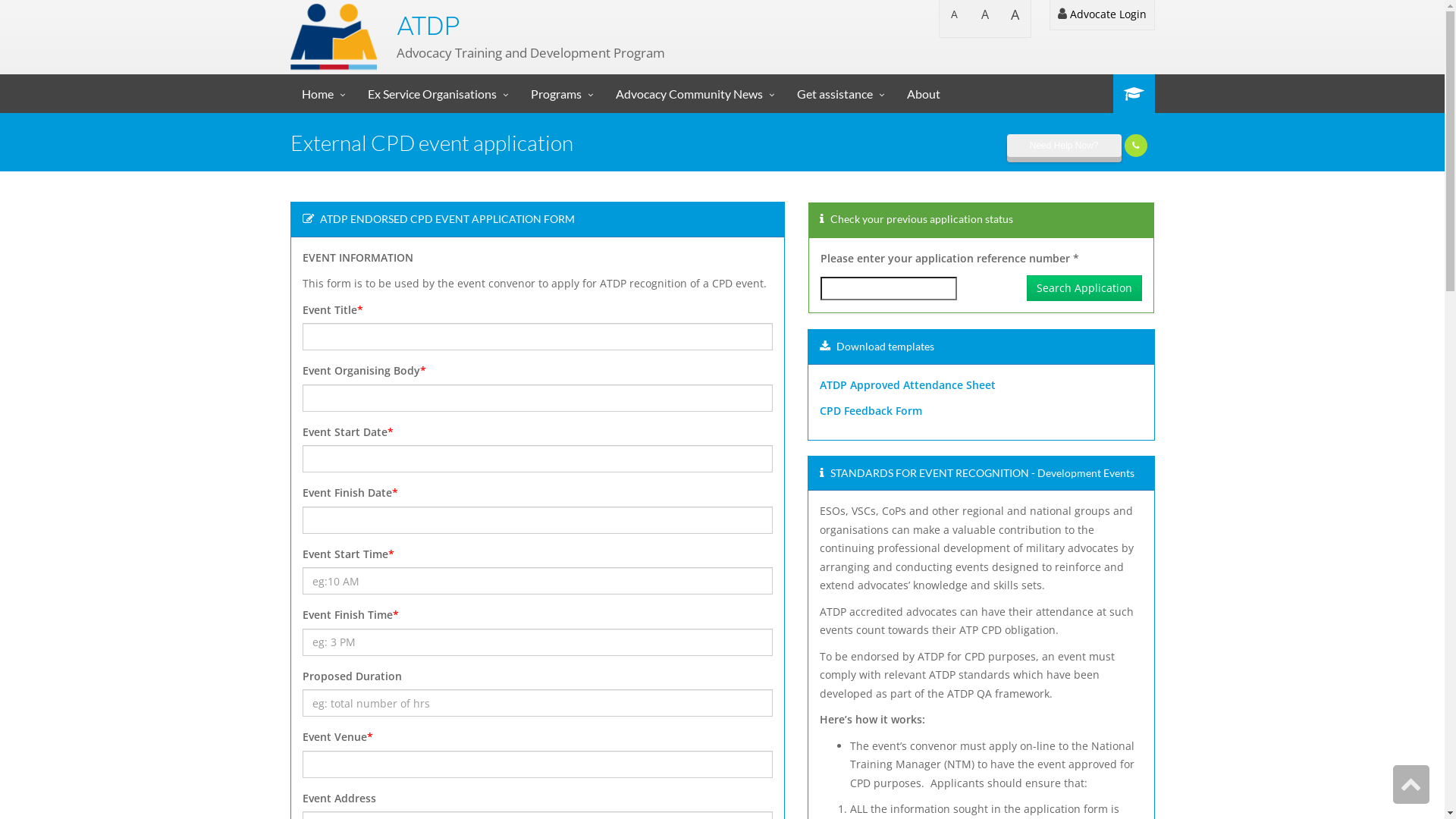 This screenshot has height=819, width=1456. I want to click on 'ATDP Approved Attendance Sheet', so click(818, 384).